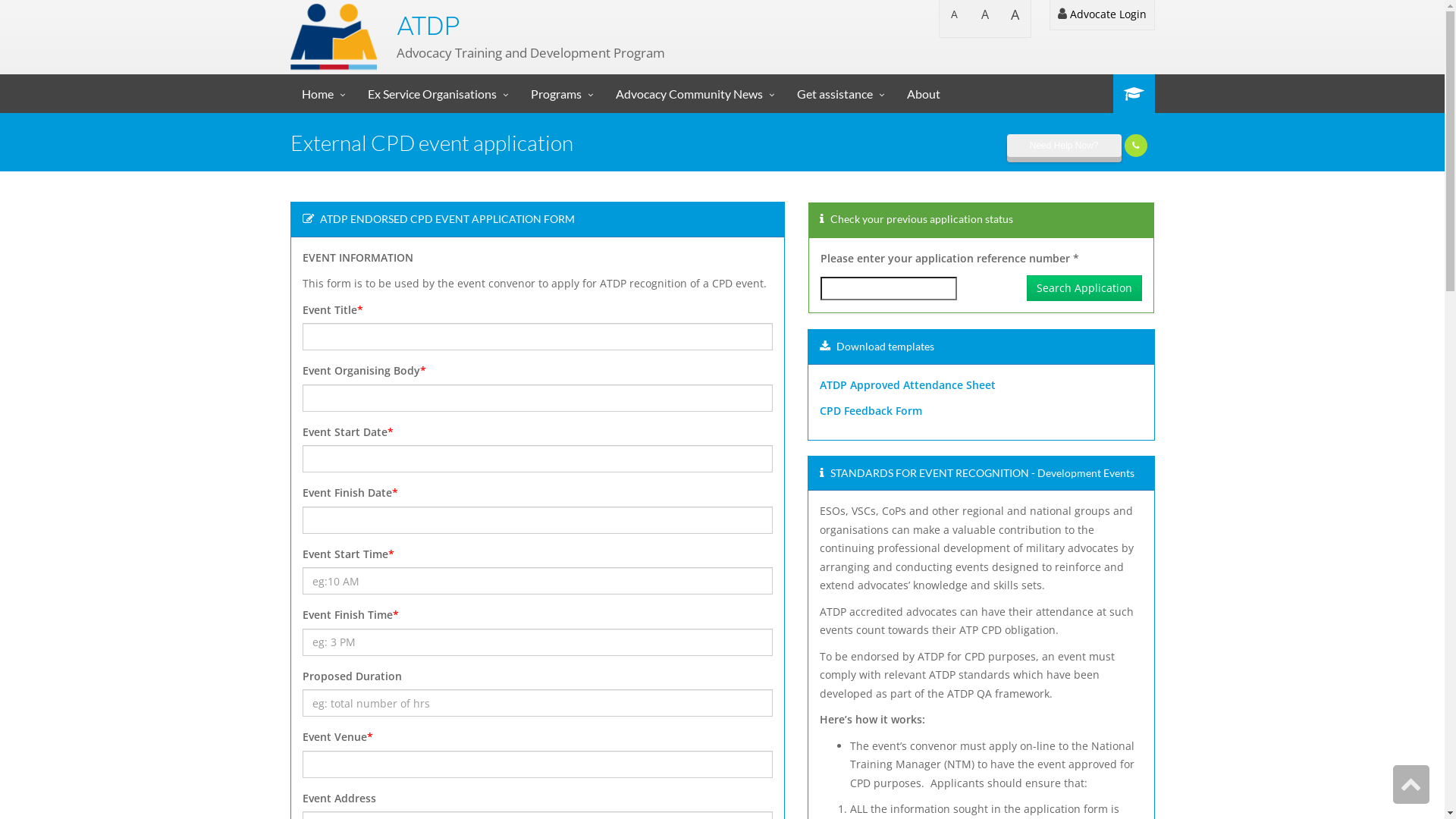 This screenshot has height=819, width=1456. I want to click on 'ATDP Approved Attendance Sheet', so click(818, 384).